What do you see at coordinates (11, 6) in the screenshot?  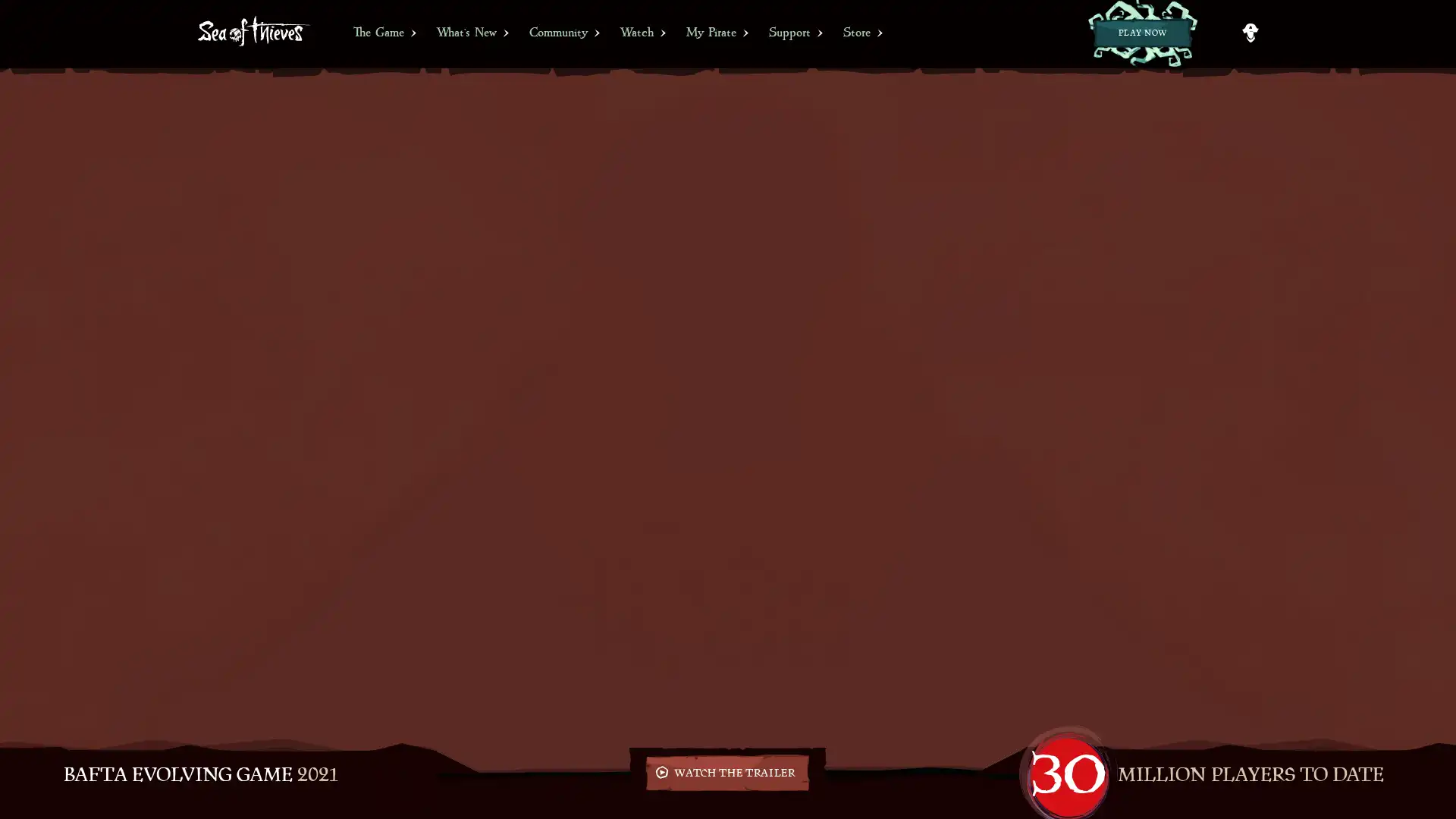 I see `Skip To Content` at bounding box center [11, 6].